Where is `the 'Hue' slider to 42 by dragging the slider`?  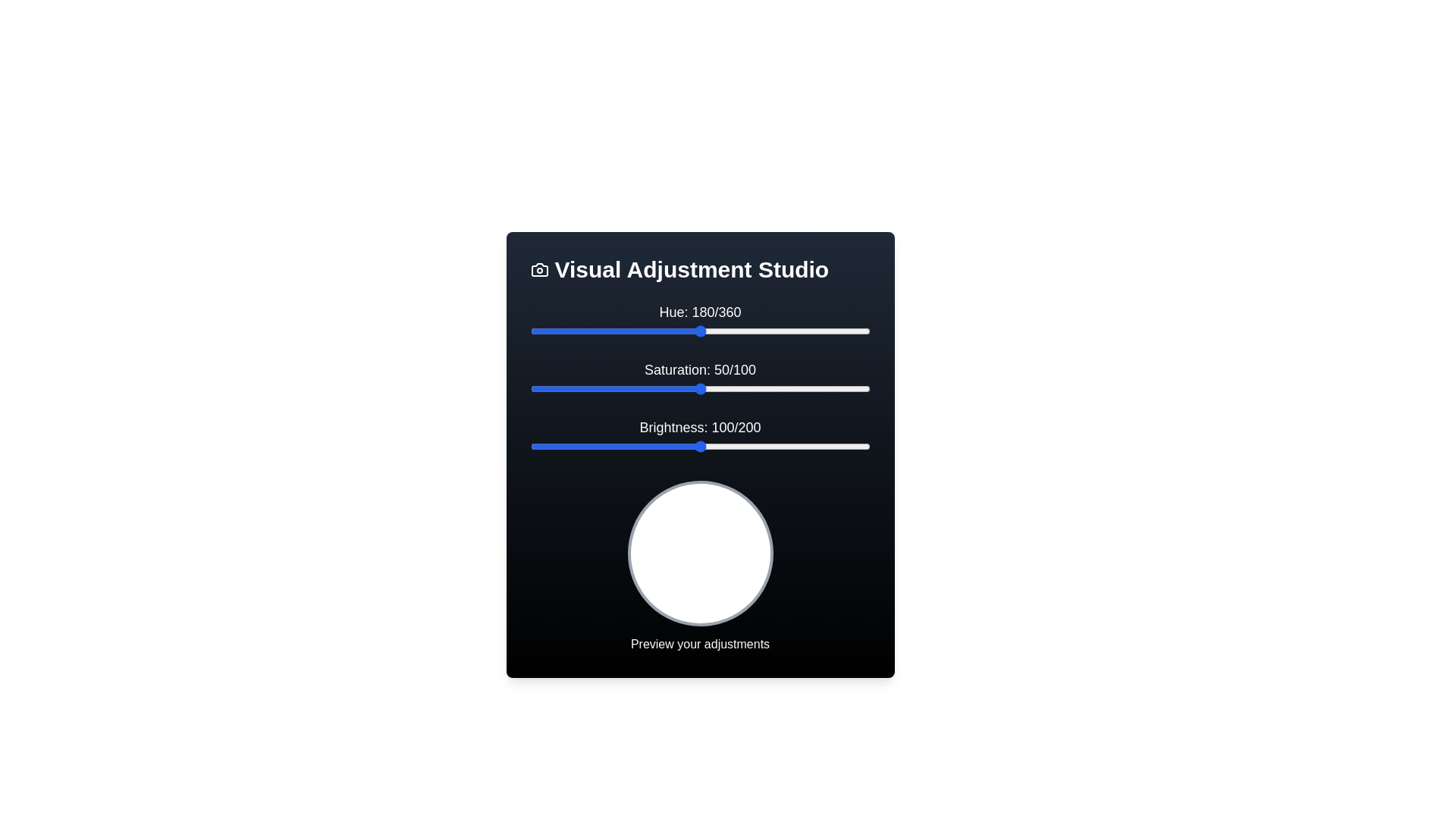
the 'Hue' slider to 42 by dragging the slider is located at coordinates (569, 330).